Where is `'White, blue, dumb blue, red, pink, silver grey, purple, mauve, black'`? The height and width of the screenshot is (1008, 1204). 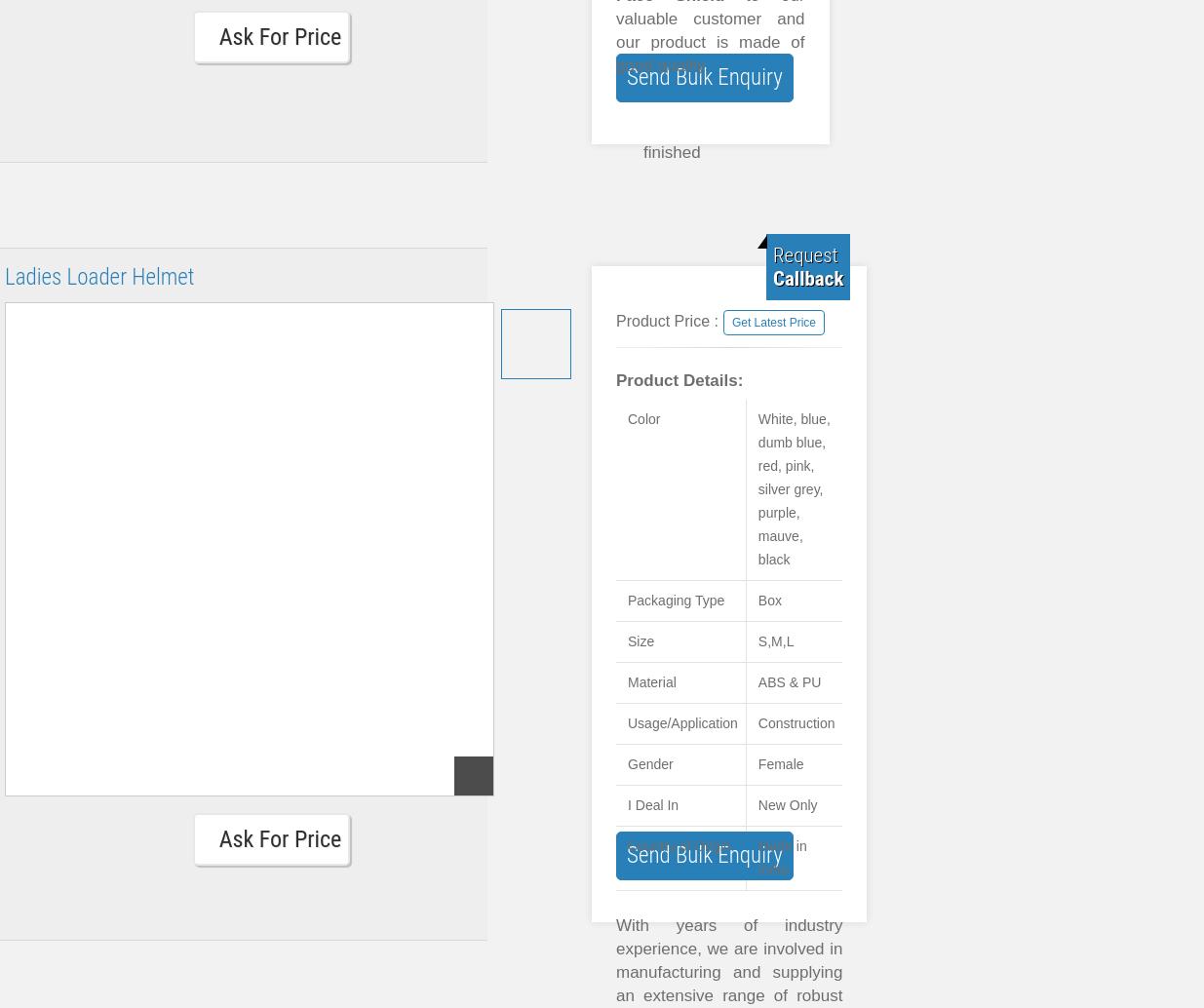 'White, blue, dumb blue, red, pink, silver grey, purple, mauve, black' is located at coordinates (793, 488).